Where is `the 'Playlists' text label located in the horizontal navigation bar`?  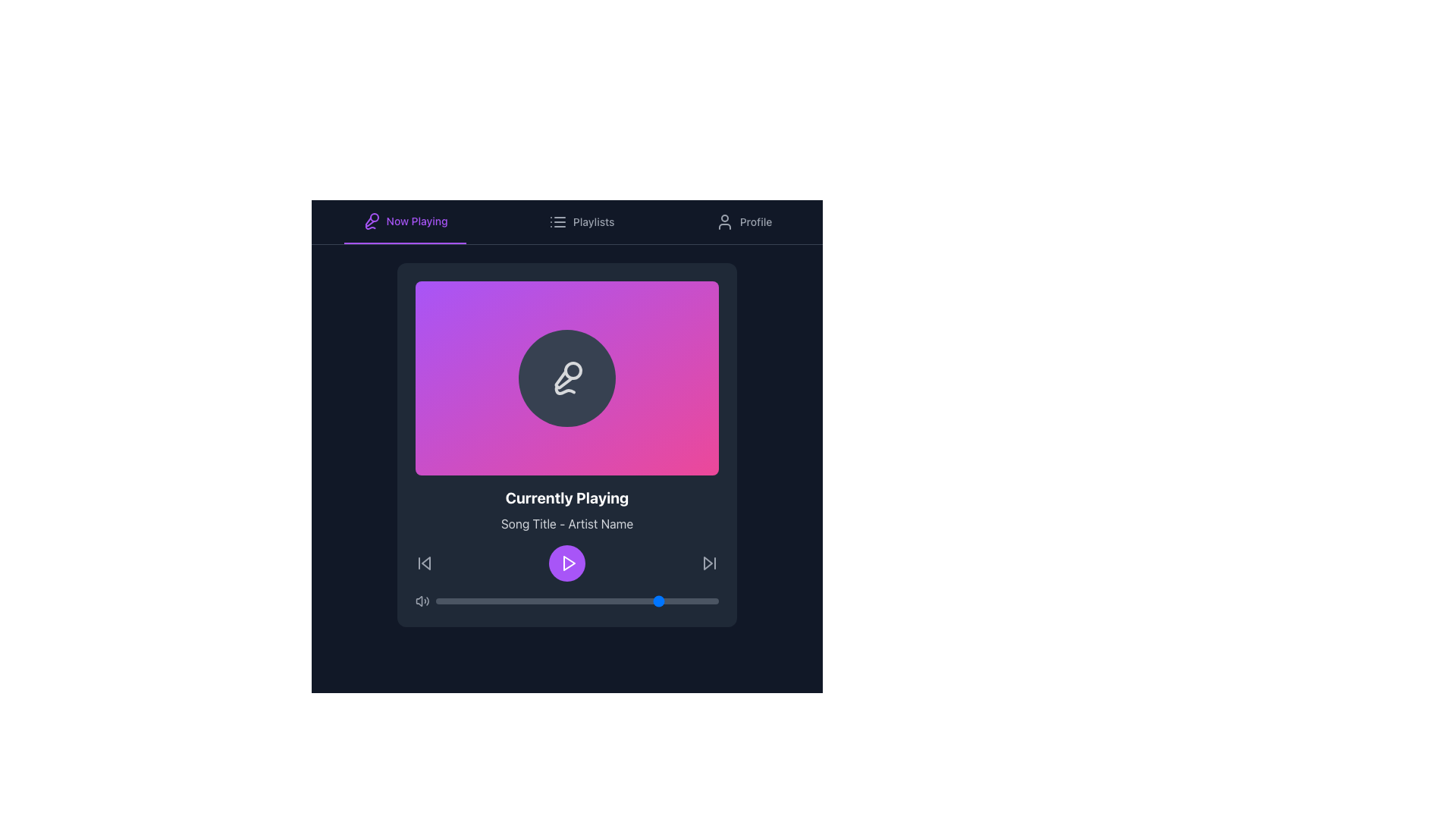 the 'Playlists' text label located in the horizontal navigation bar is located at coordinates (593, 222).